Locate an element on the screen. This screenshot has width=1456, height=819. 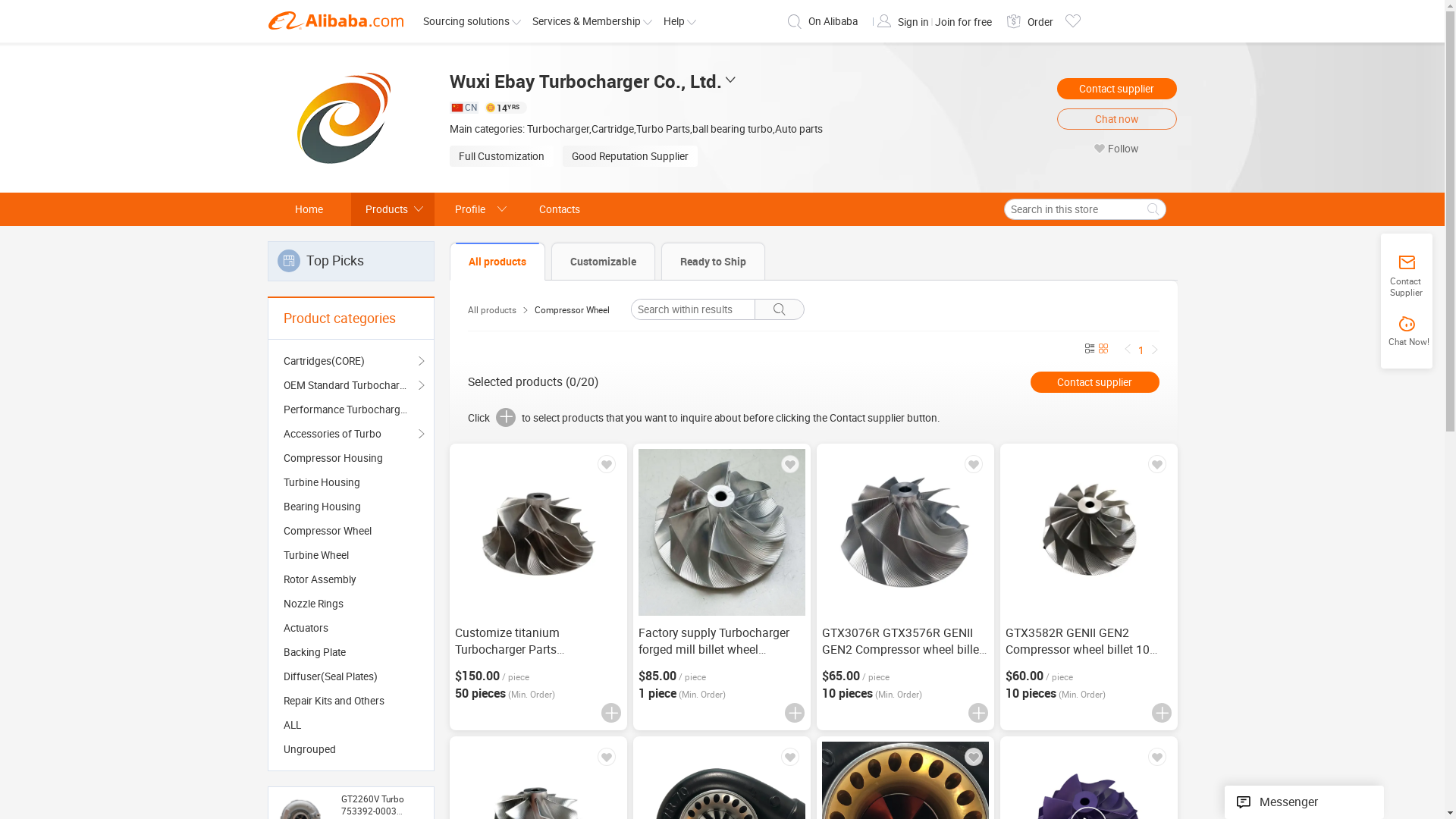
'Home' is located at coordinates (308, 209).